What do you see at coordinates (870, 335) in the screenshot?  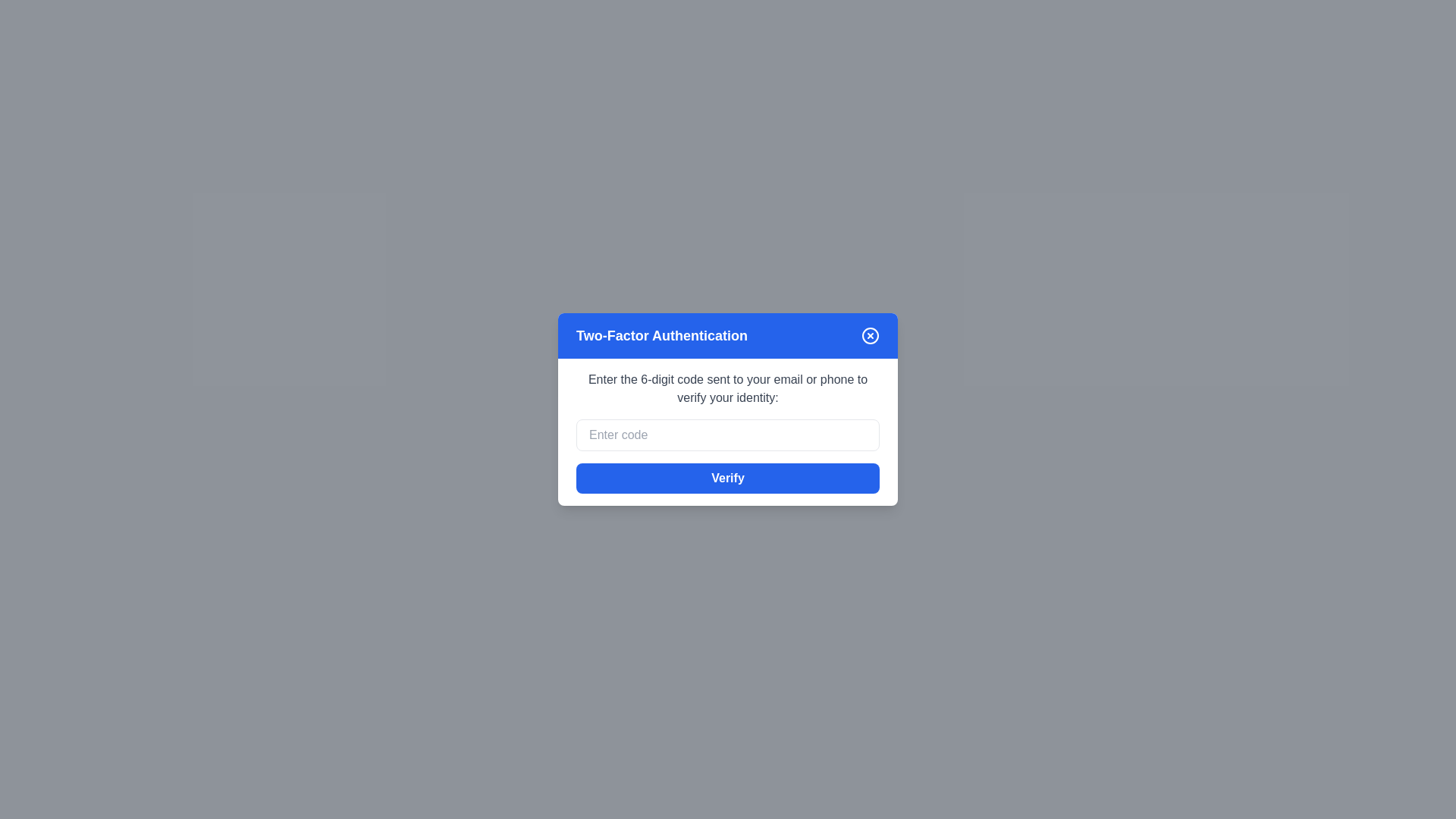 I see `the close icon in the header to dismiss the dialog` at bounding box center [870, 335].